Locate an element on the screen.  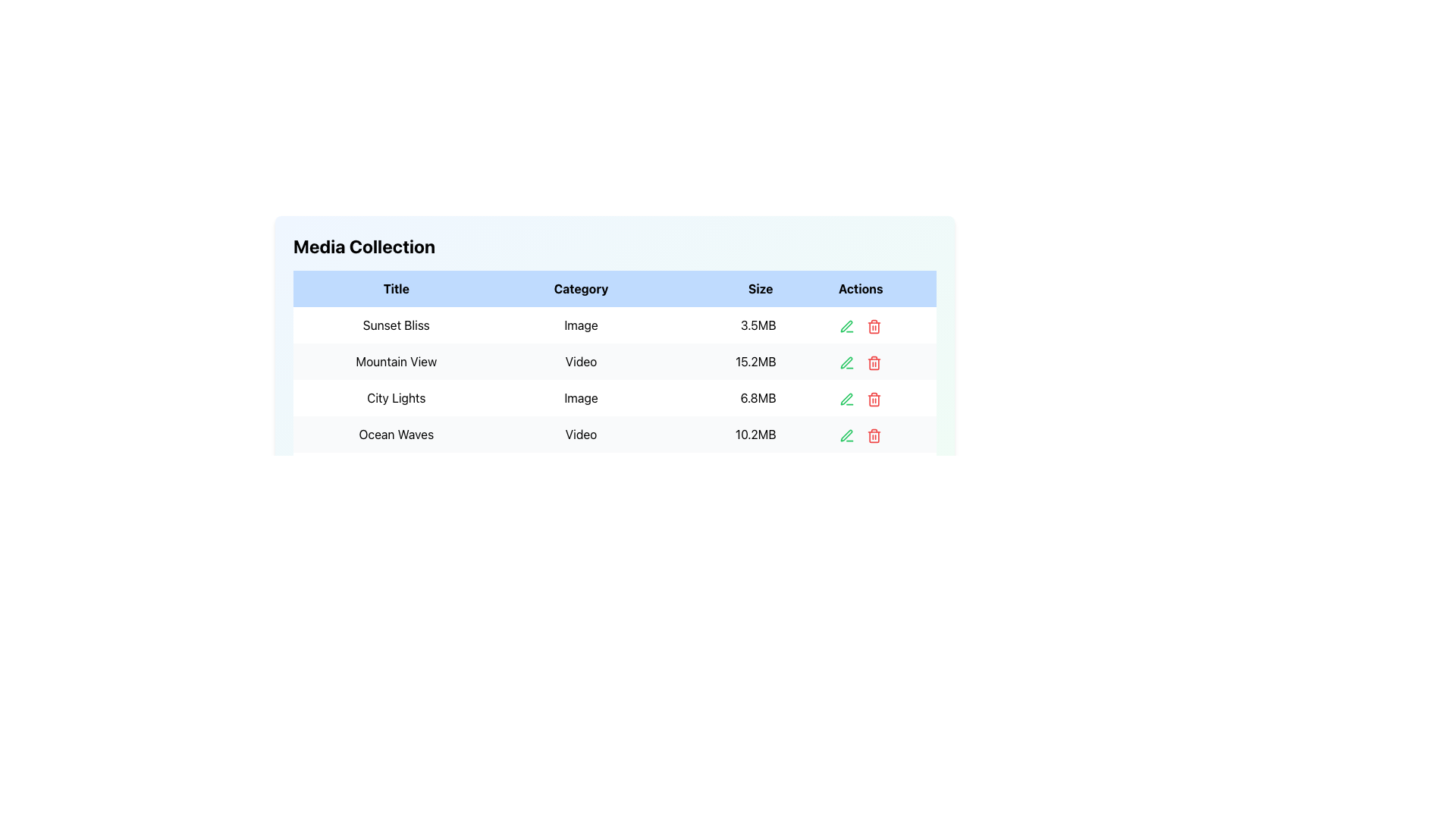
the spacer element located in the 'Actions' column between the green edit icon and the red delete icon in the first row of the table is located at coordinates (861, 324).